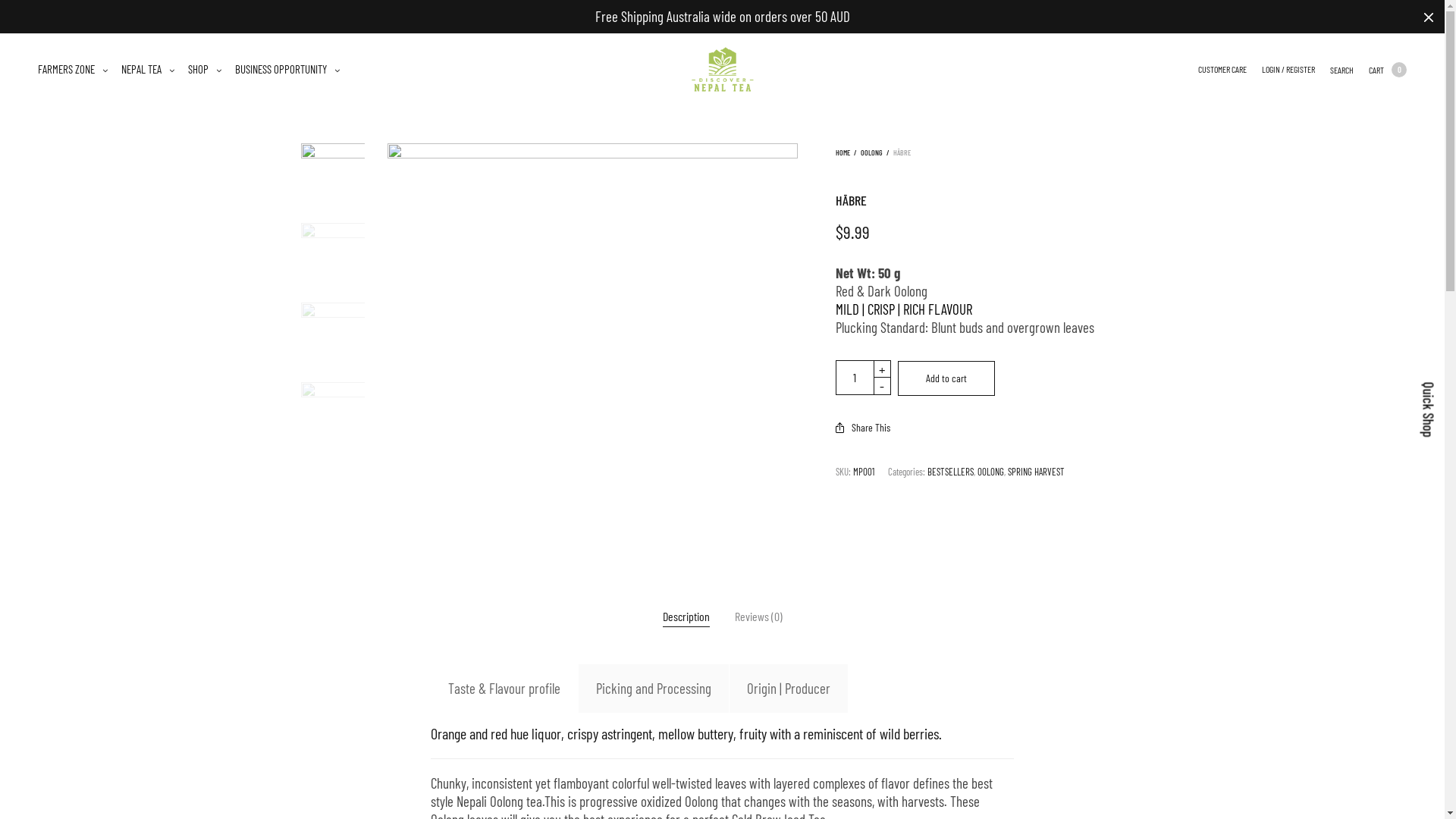 The image size is (1456, 819). What do you see at coordinates (332, 414) in the screenshot?
I see `'habrepack'` at bounding box center [332, 414].